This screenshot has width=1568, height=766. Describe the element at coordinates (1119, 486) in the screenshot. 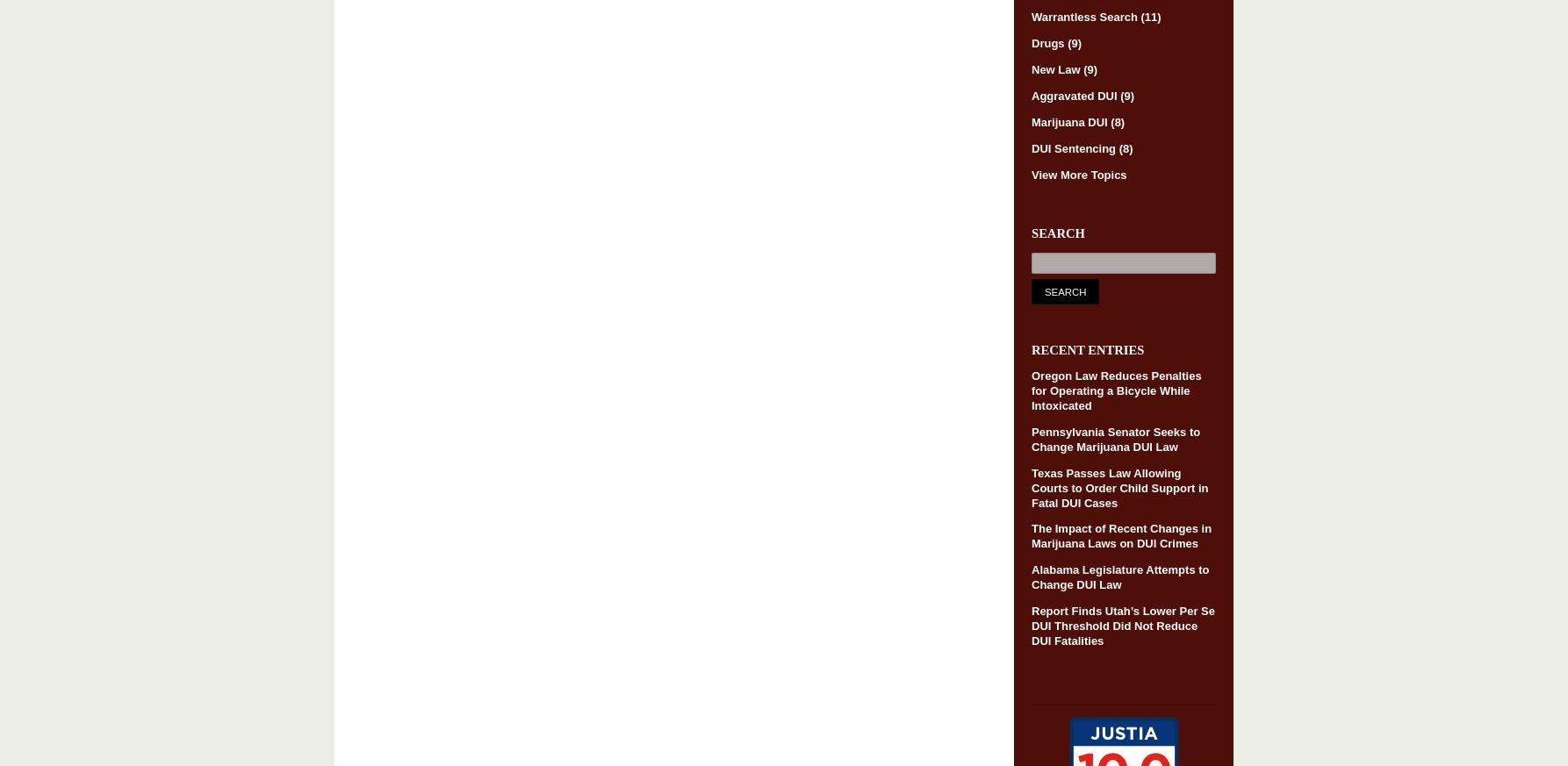

I see `'Texas Passes Law Allowing Courts to Order Child Support in Fatal DUI Cases'` at that location.